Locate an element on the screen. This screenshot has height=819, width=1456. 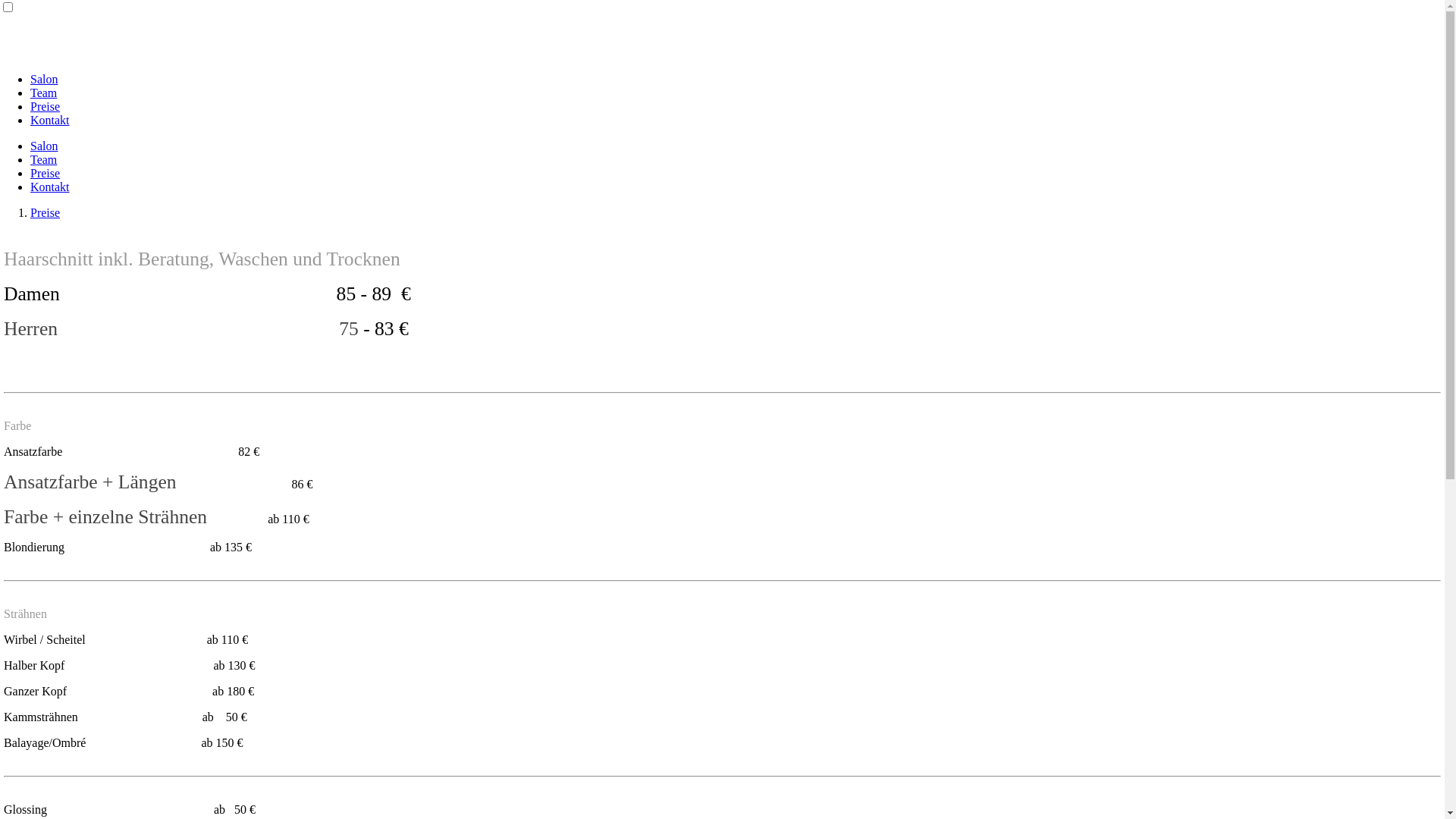
'Team' is located at coordinates (43, 93).